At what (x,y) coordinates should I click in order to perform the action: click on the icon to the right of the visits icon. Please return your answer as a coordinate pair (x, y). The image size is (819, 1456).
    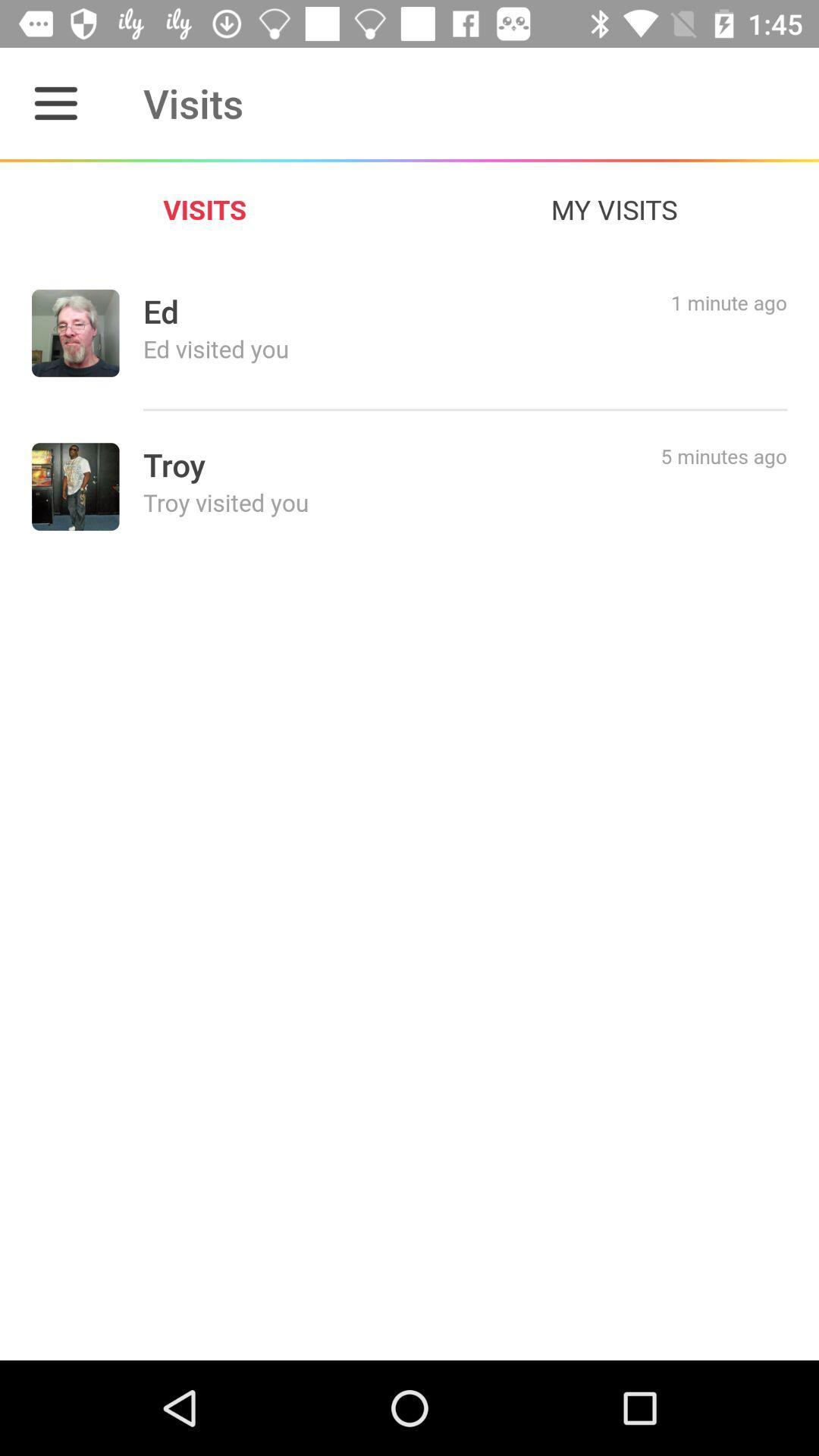
    Looking at the image, I should click on (614, 209).